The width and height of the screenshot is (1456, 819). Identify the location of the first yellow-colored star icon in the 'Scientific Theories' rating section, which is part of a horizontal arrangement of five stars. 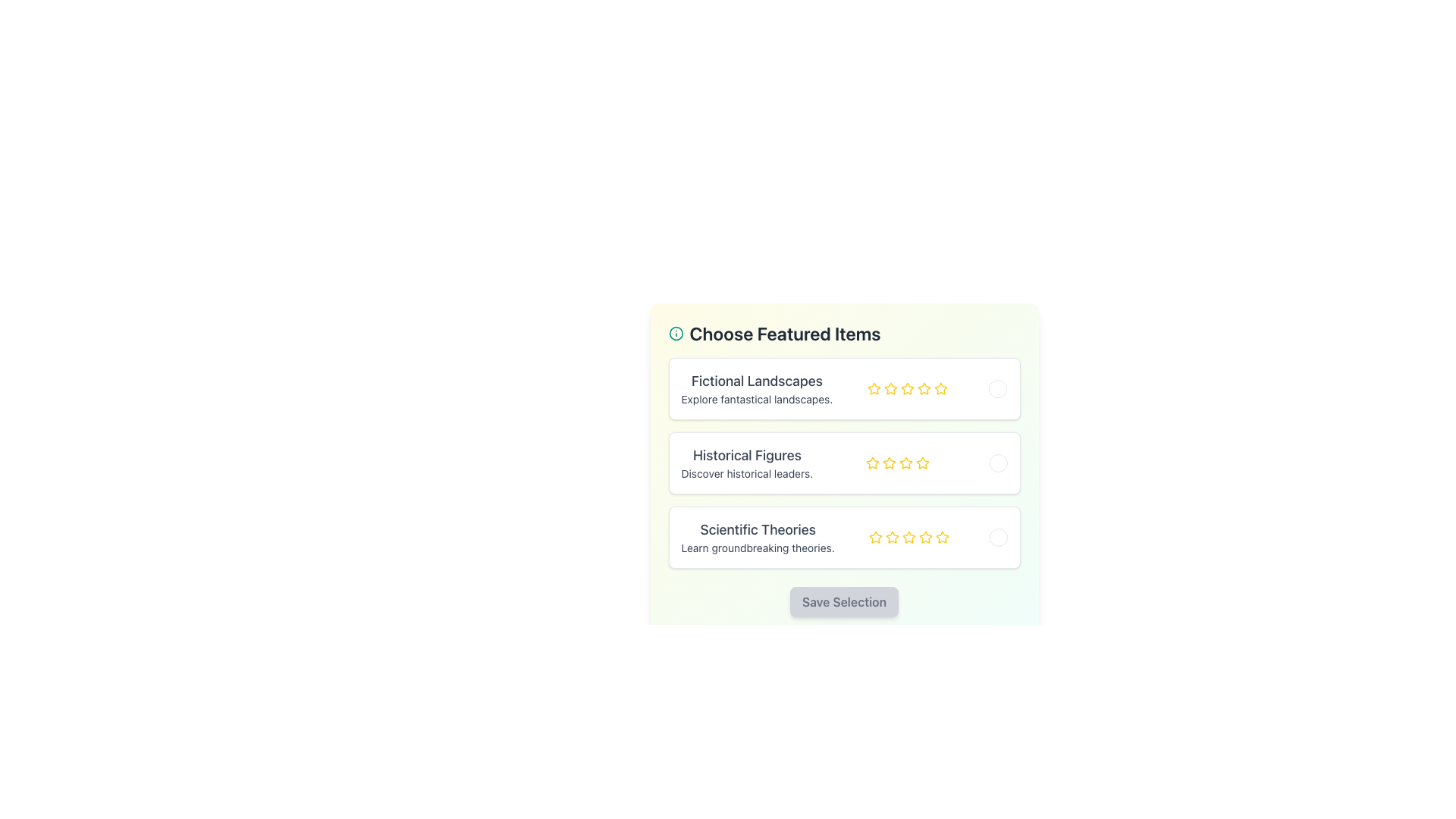
(875, 537).